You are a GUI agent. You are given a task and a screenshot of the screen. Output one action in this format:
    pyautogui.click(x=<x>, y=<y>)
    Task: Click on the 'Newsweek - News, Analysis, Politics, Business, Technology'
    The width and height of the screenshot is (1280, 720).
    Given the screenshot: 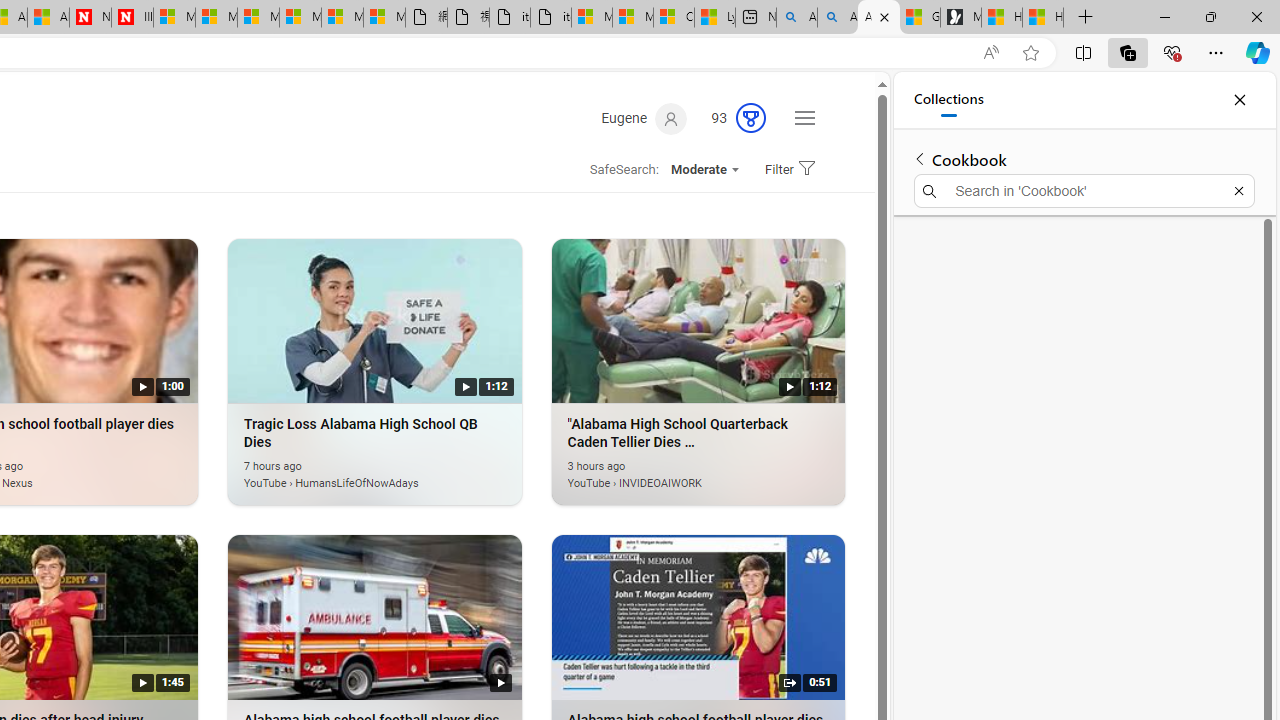 What is the action you would take?
    pyautogui.click(x=89, y=17)
    